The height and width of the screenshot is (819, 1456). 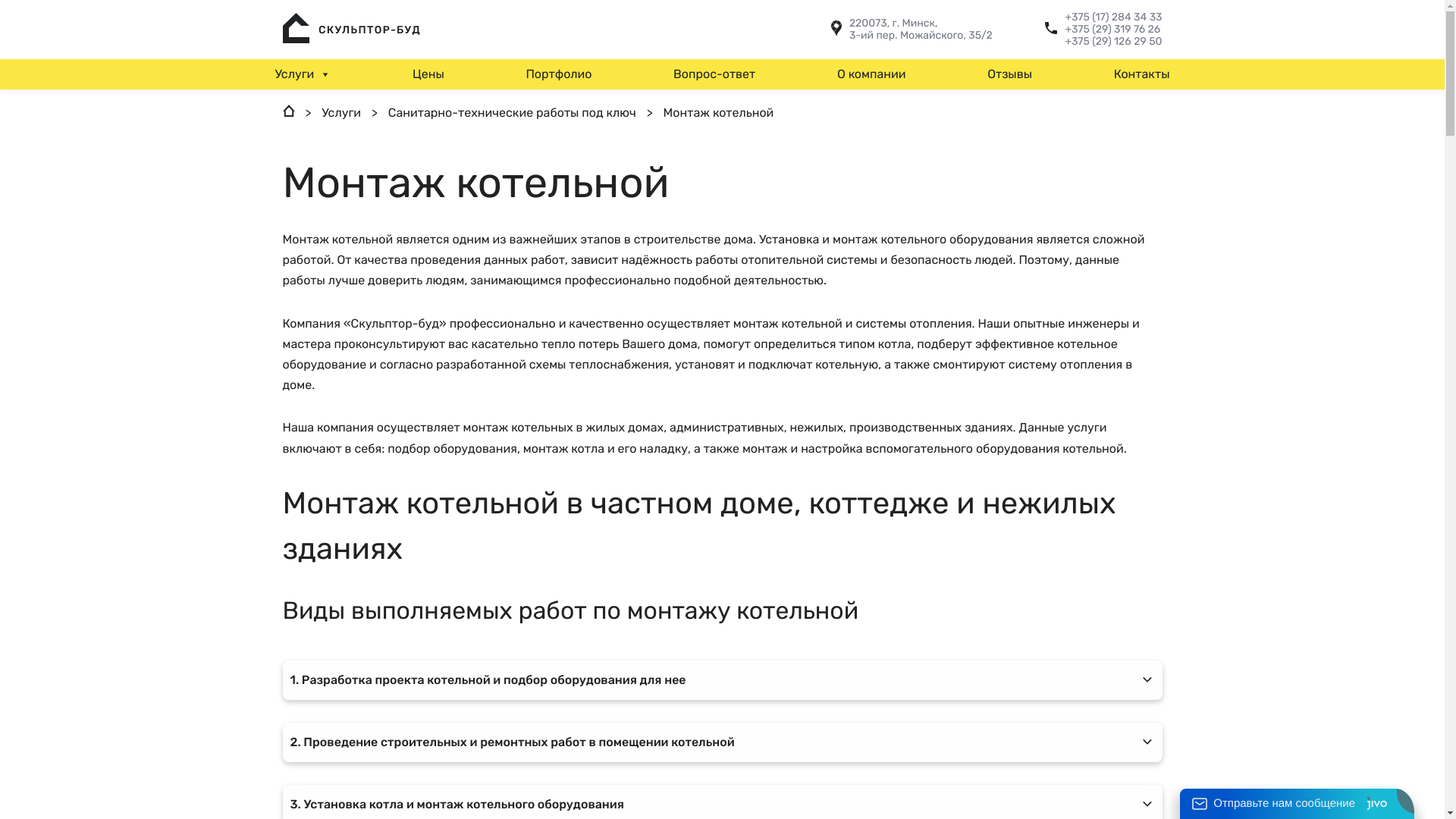 I want to click on '+375 (29) 126 29 50', so click(x=1113, y=40).